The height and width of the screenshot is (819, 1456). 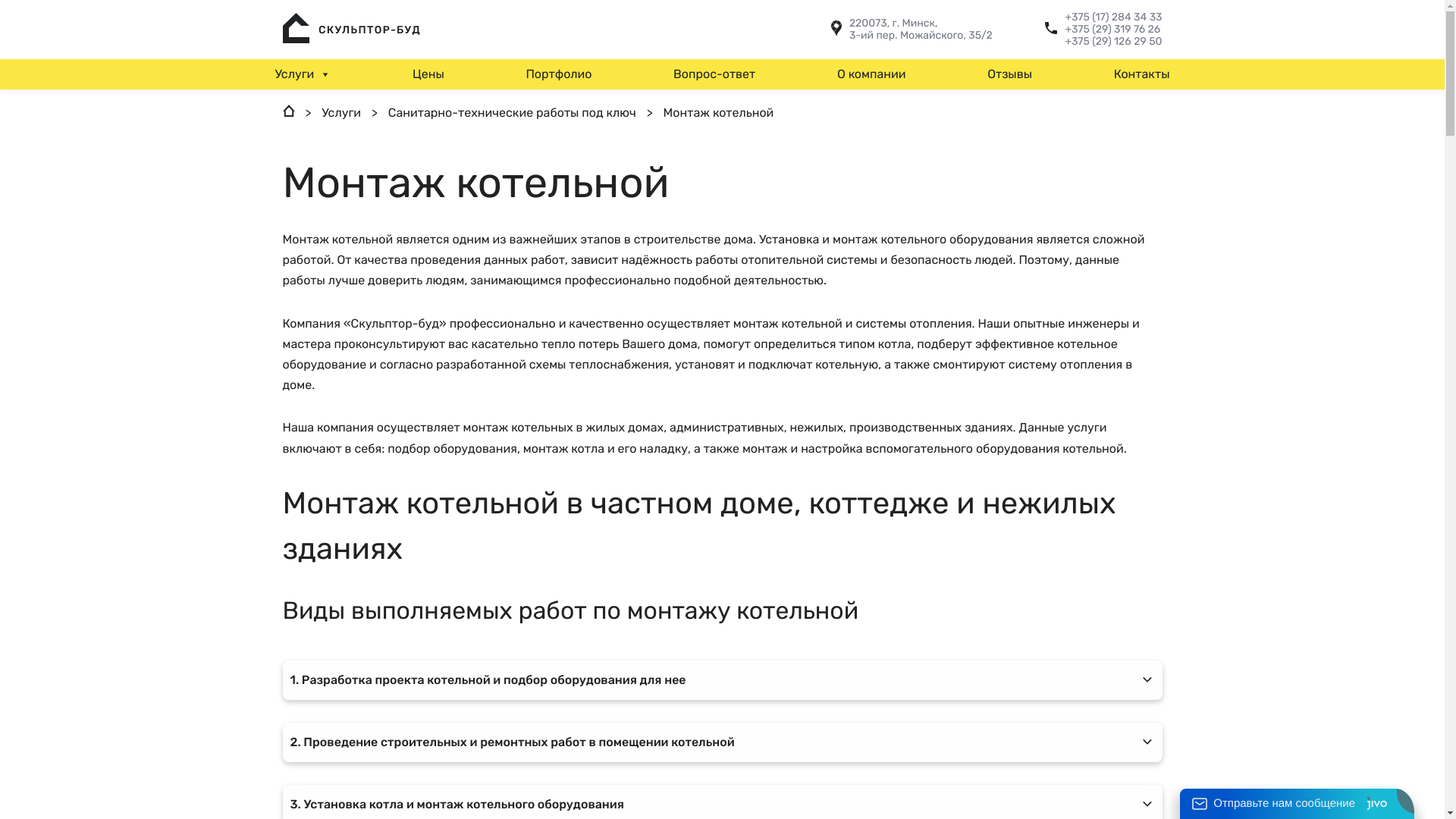 I want to click on '+375 (29) 126 29 50', so click(x=1113, y=40).